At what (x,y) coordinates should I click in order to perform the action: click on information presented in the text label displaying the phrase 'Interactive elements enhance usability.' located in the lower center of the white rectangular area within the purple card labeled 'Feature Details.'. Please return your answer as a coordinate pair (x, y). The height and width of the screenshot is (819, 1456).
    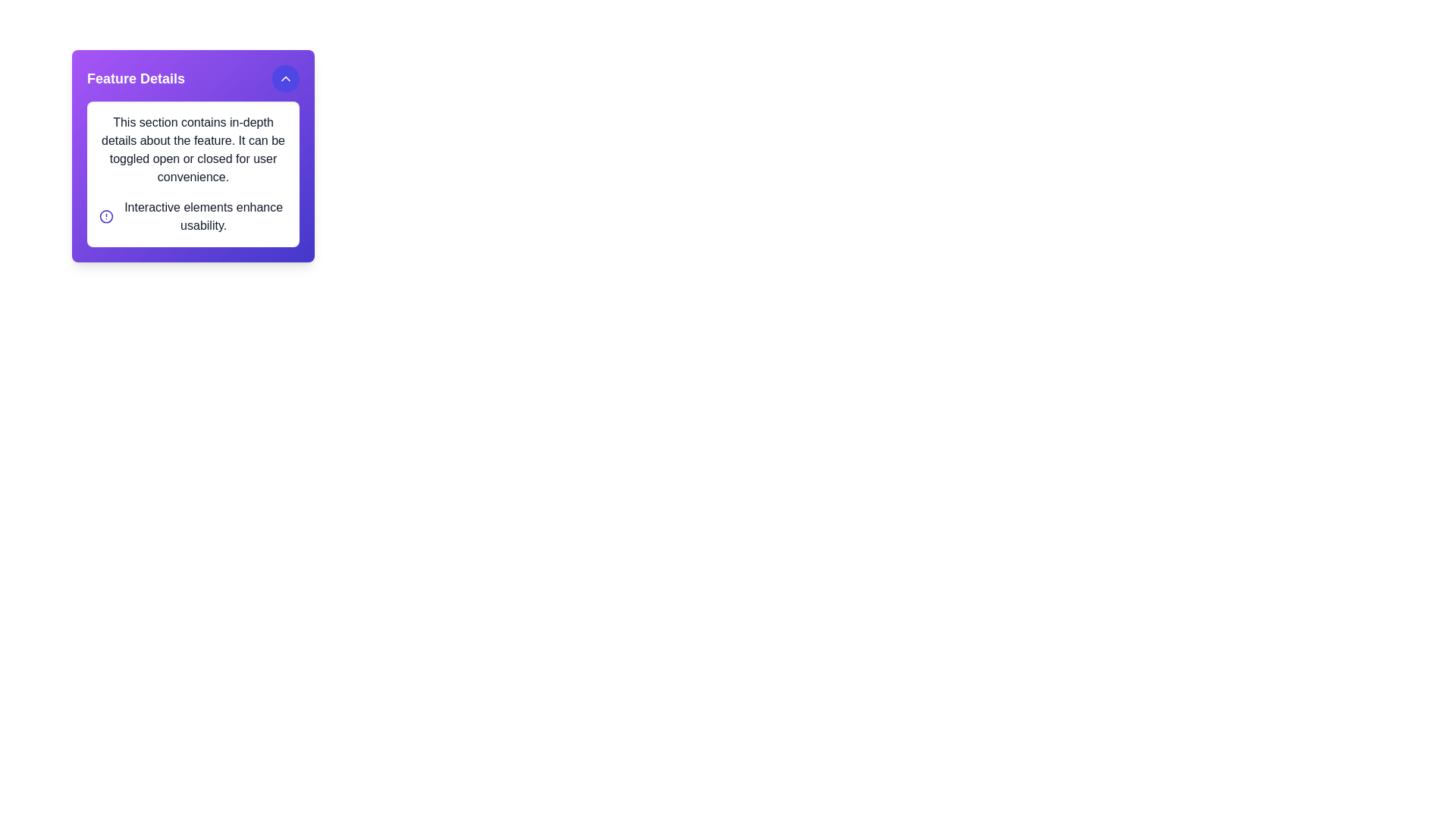
    Looking at the image, I should click on (202, 216).